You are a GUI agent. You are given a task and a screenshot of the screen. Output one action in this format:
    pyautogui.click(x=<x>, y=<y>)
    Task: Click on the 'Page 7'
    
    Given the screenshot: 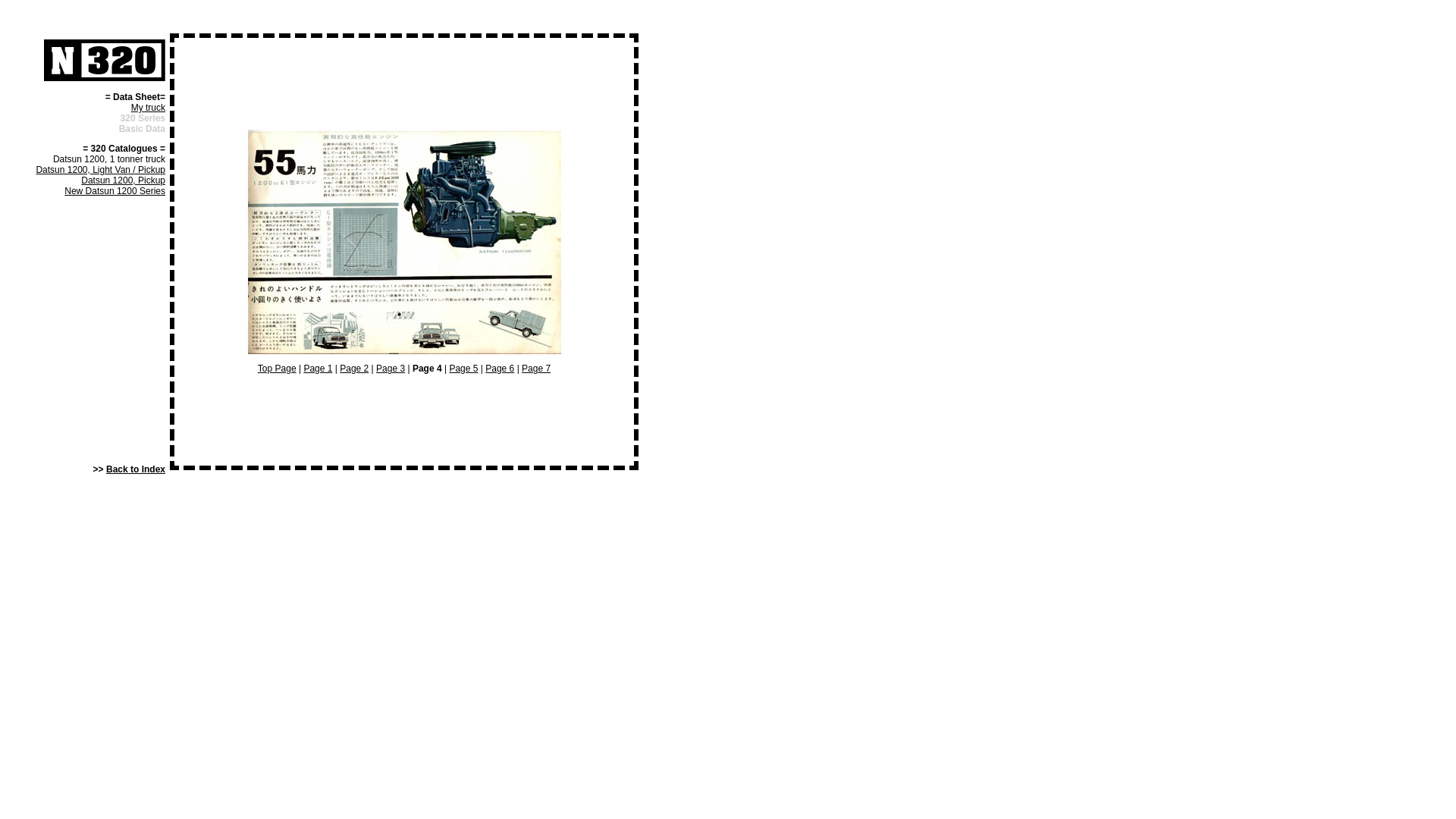 What is the action you would take?
    pyautogui.click(x=535, y=369)
    